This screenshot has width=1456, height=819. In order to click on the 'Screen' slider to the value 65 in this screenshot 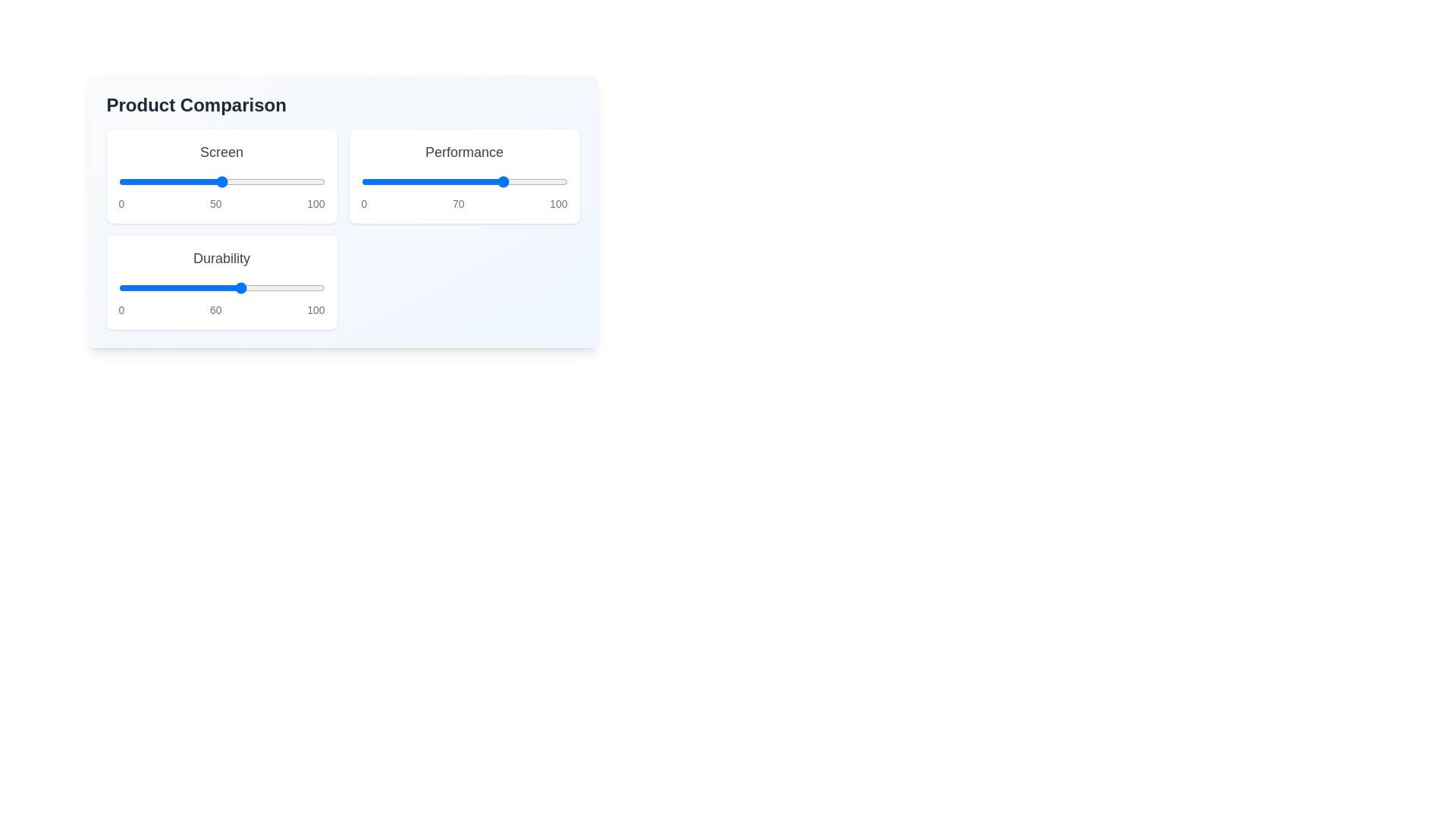, I will do `click(253, 180)`.